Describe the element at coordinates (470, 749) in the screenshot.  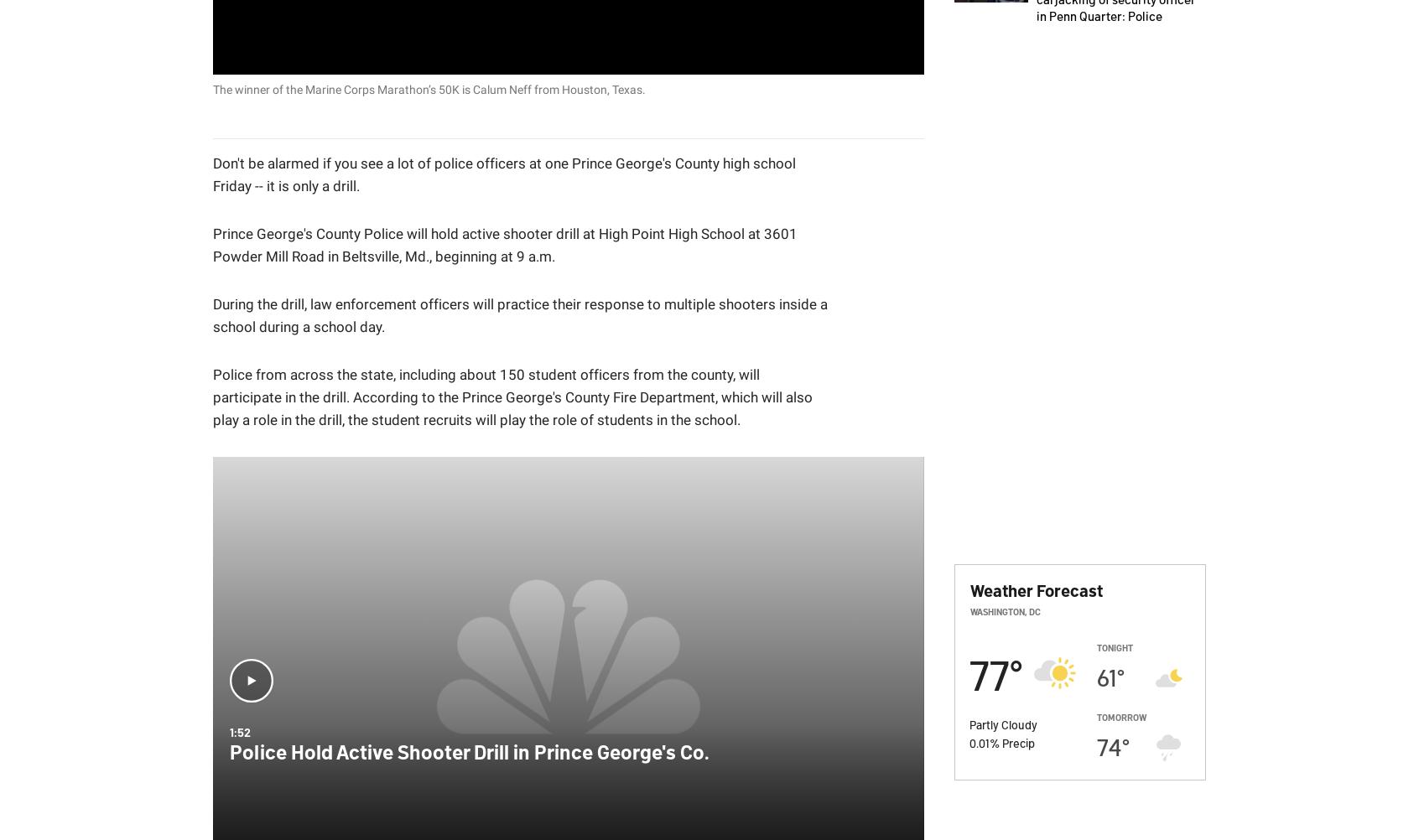
I see `'Police Hold Active Shooter Drill in Prince George's Co.'` at that location.